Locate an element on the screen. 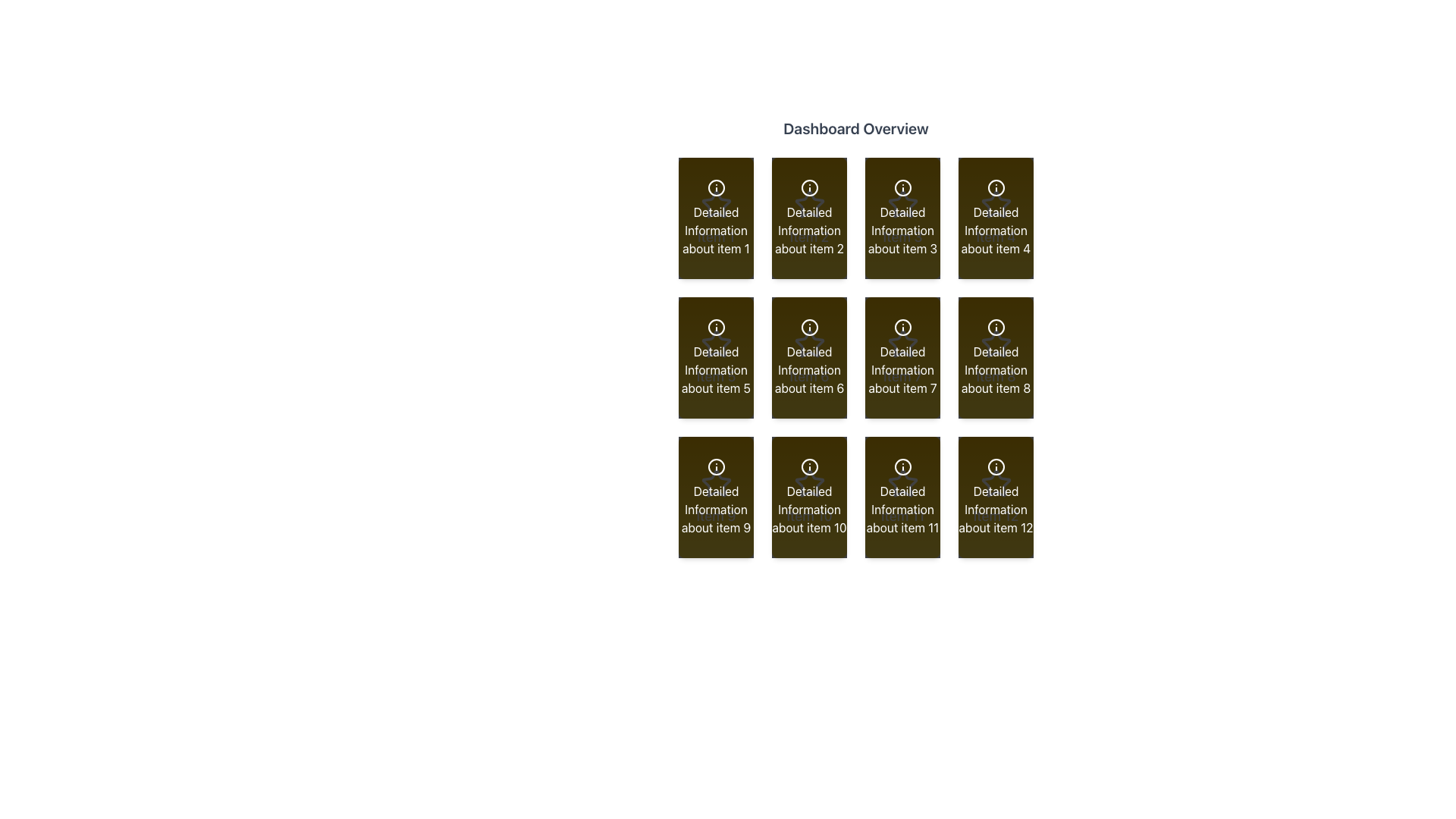 The image size is (1456, 819). the informational icon located in the top-left corner of the grid layout, which provides additional details related to the associated item is located at coordinates (715, 187).